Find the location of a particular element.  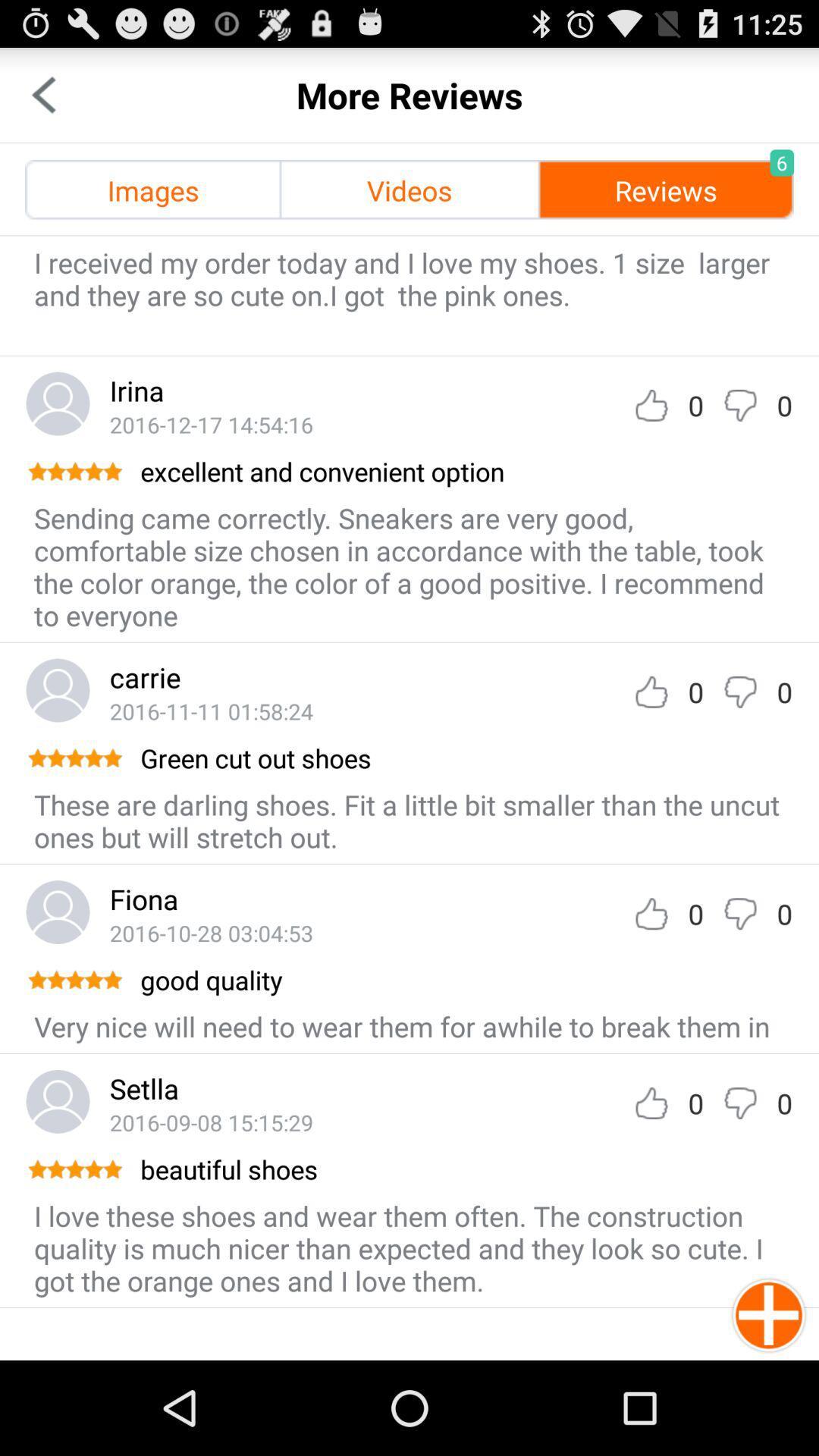

thumbs up is located at coordinates (651, 1103).